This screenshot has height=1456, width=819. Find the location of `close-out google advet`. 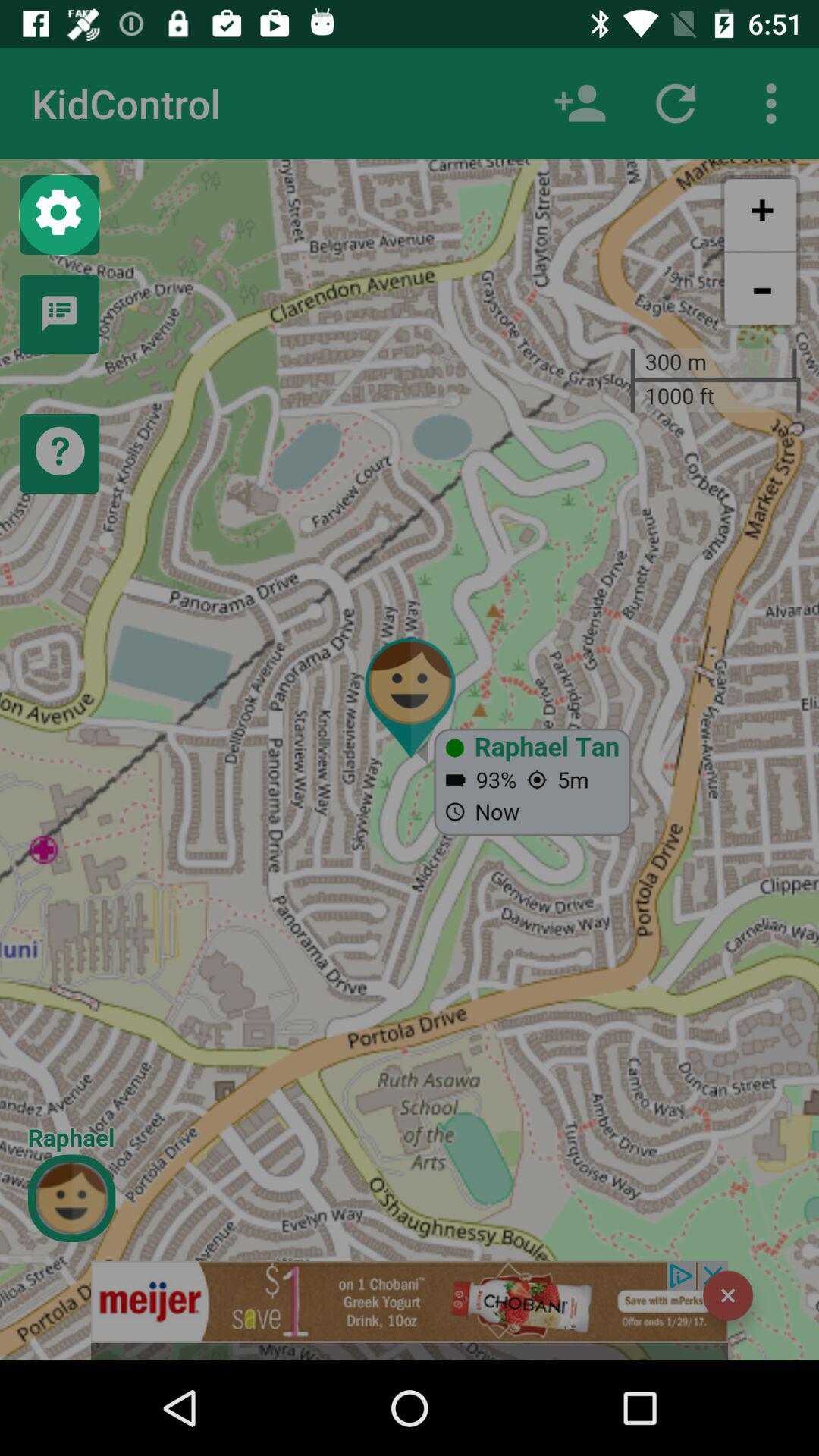

close-out google advet is located at coordinates (727, 1294).